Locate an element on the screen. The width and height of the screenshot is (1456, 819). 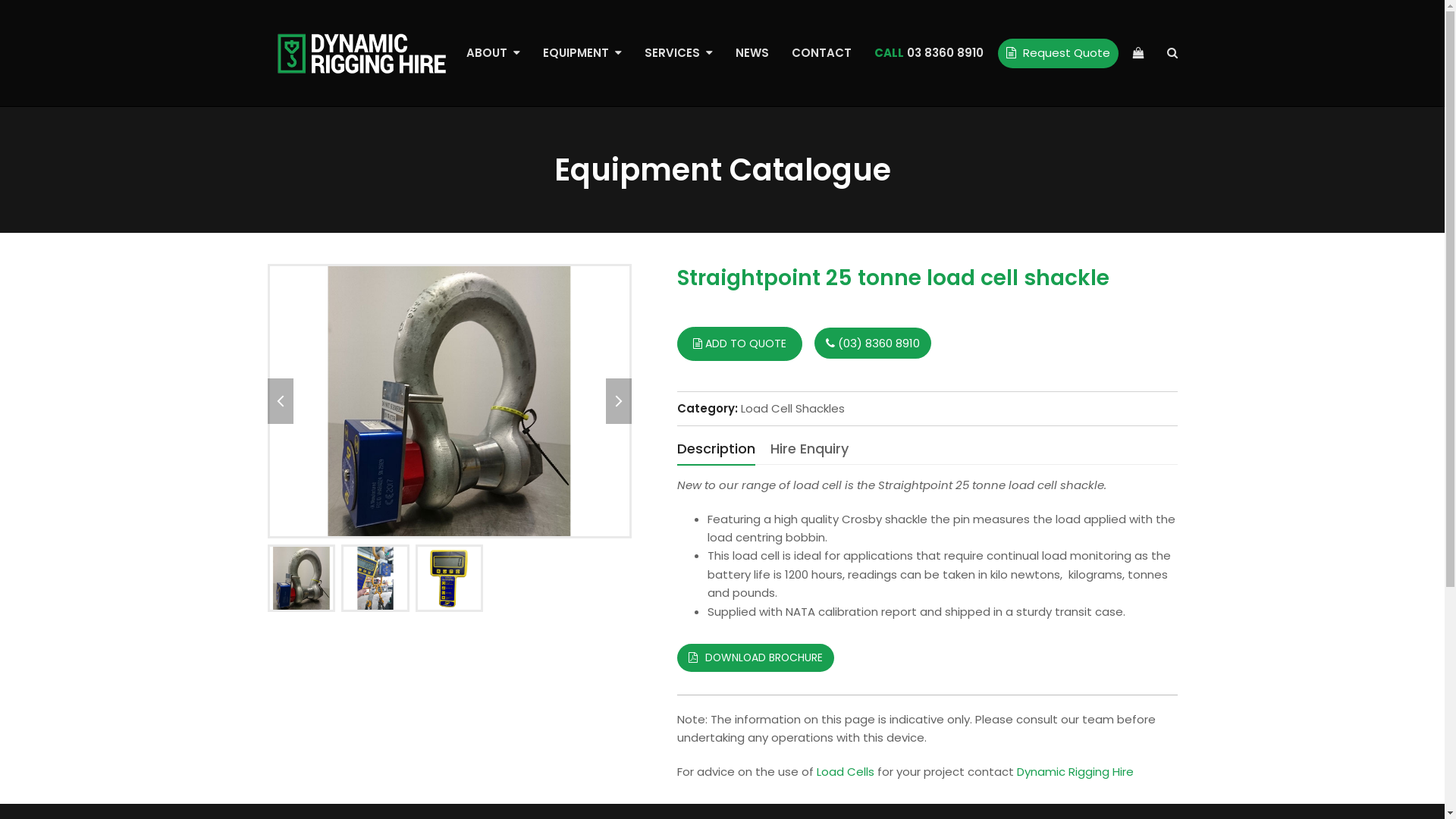
'(03) 8360 8910' is located at coordinates (814, 343).